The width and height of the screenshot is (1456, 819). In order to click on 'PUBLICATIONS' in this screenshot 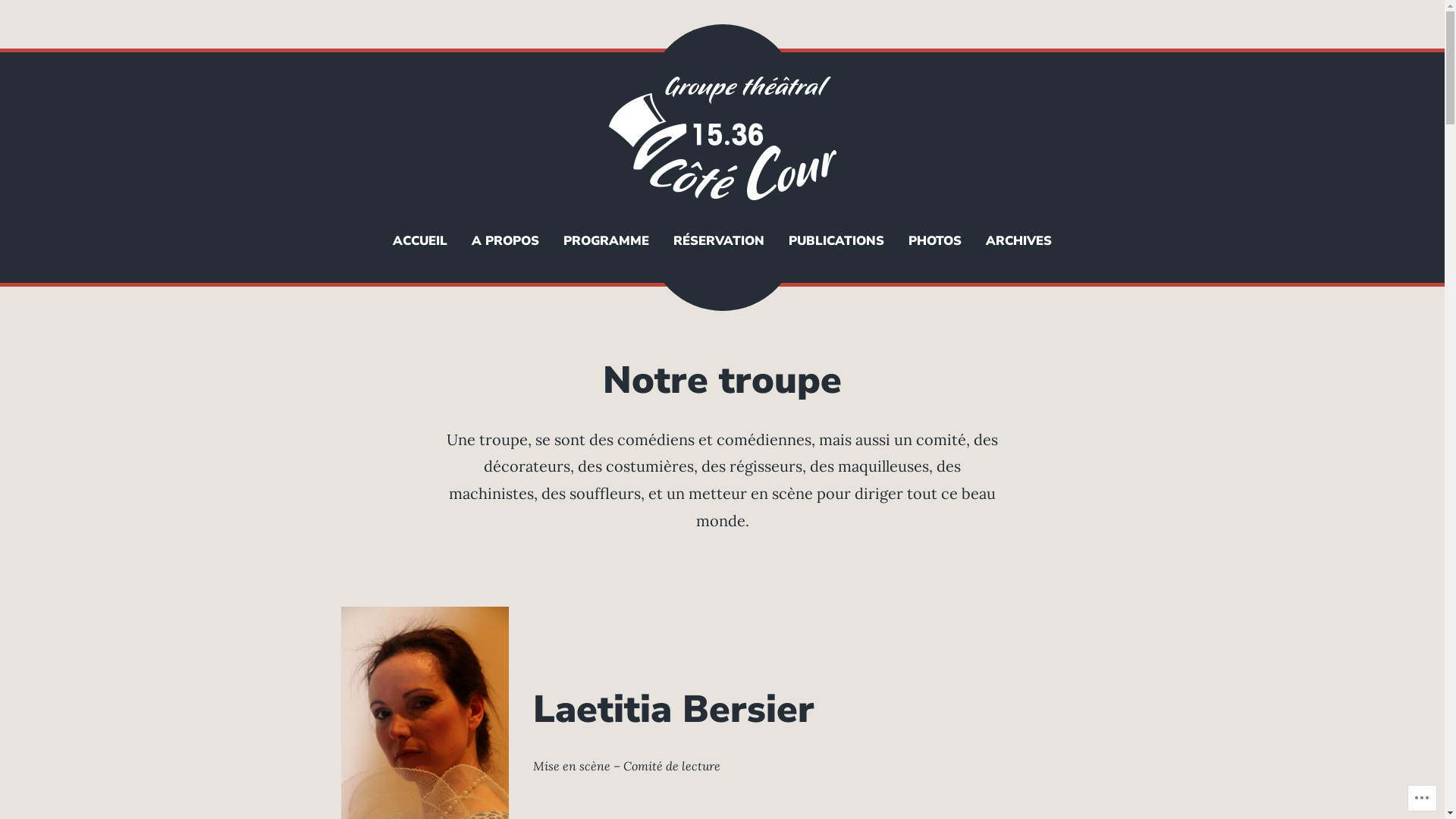, I will do `click(836, 240)`.